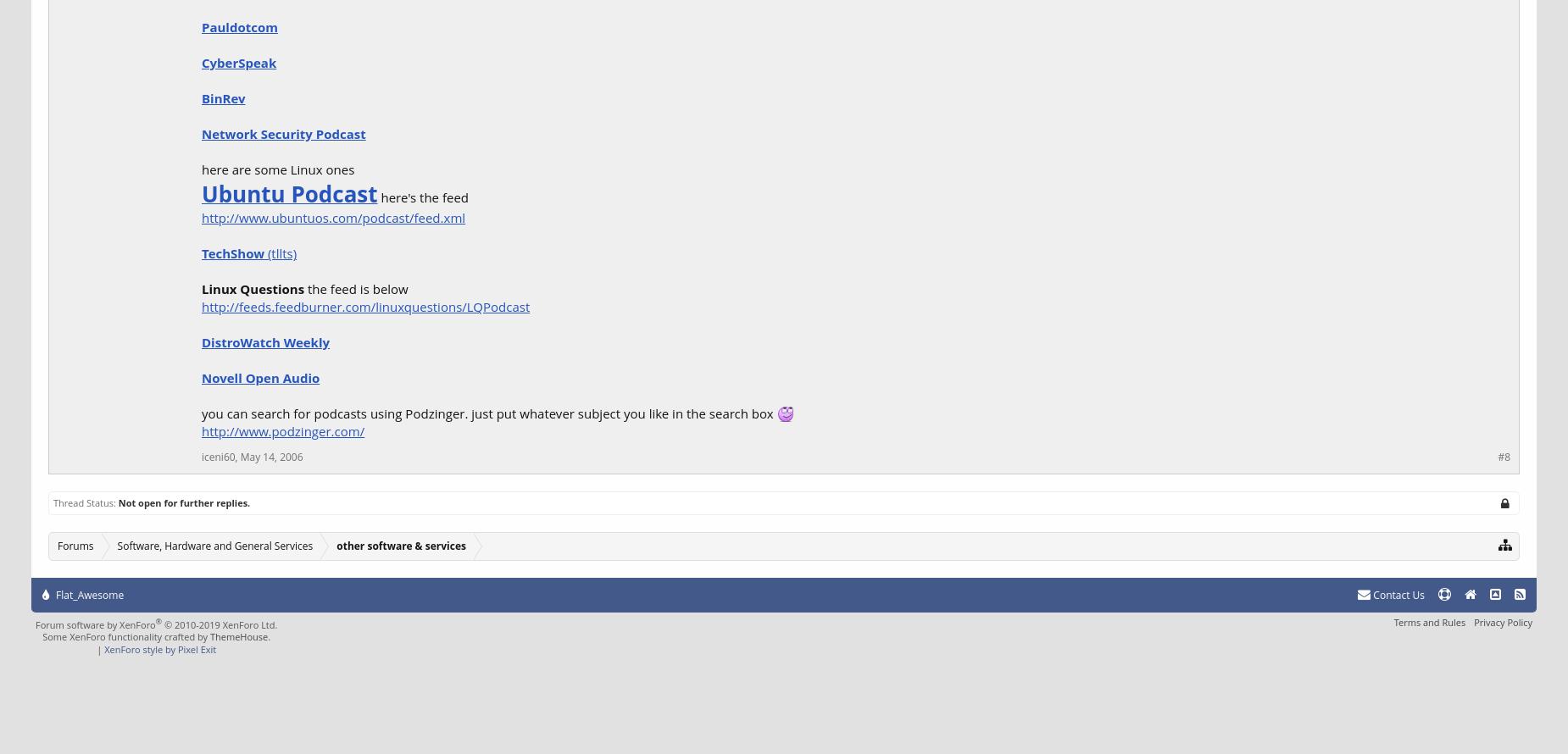  I want to click on 'here's the feed', so click(375, 197).